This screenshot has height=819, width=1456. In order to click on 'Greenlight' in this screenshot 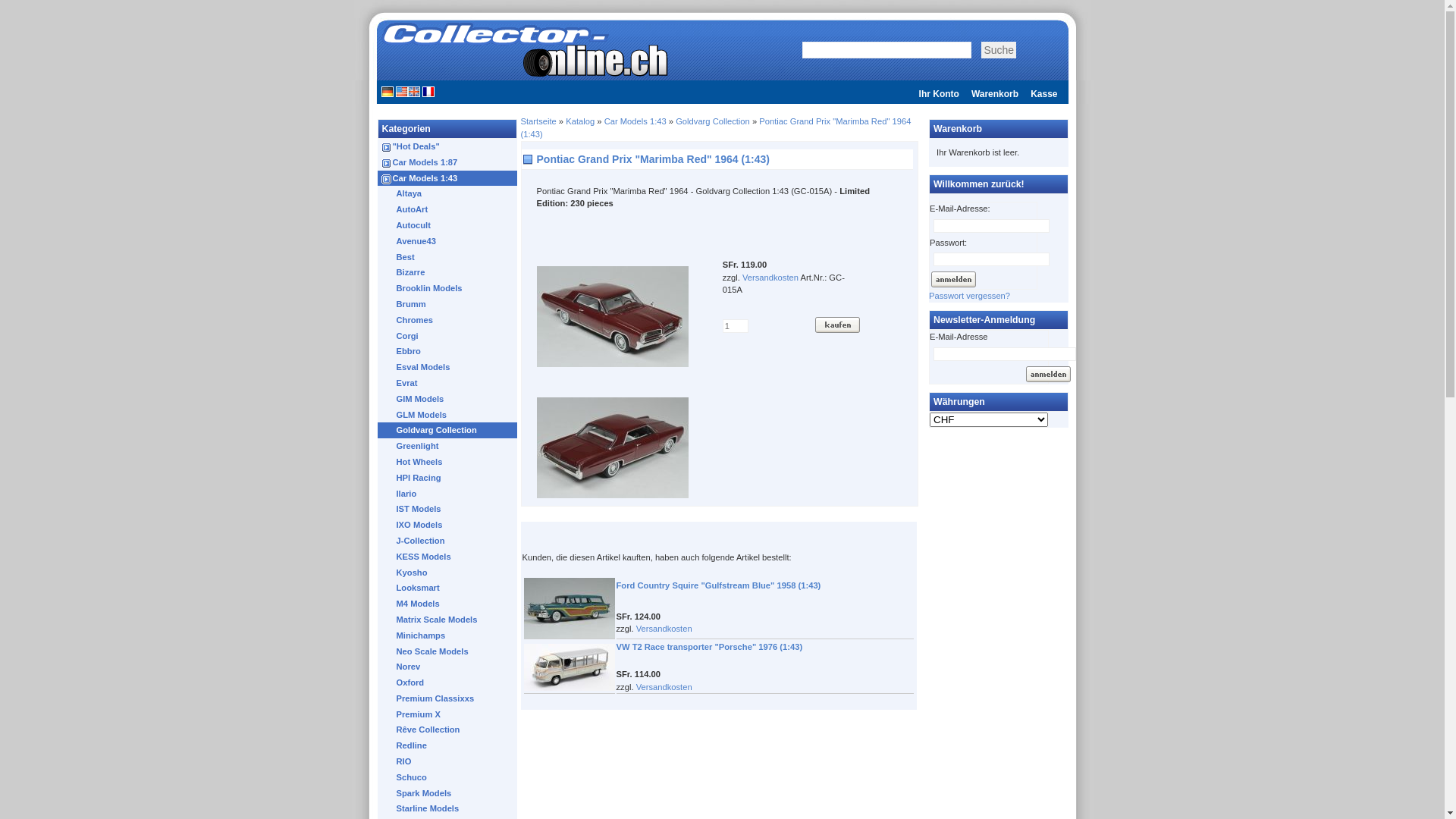, I will do `click(378, 445)`.